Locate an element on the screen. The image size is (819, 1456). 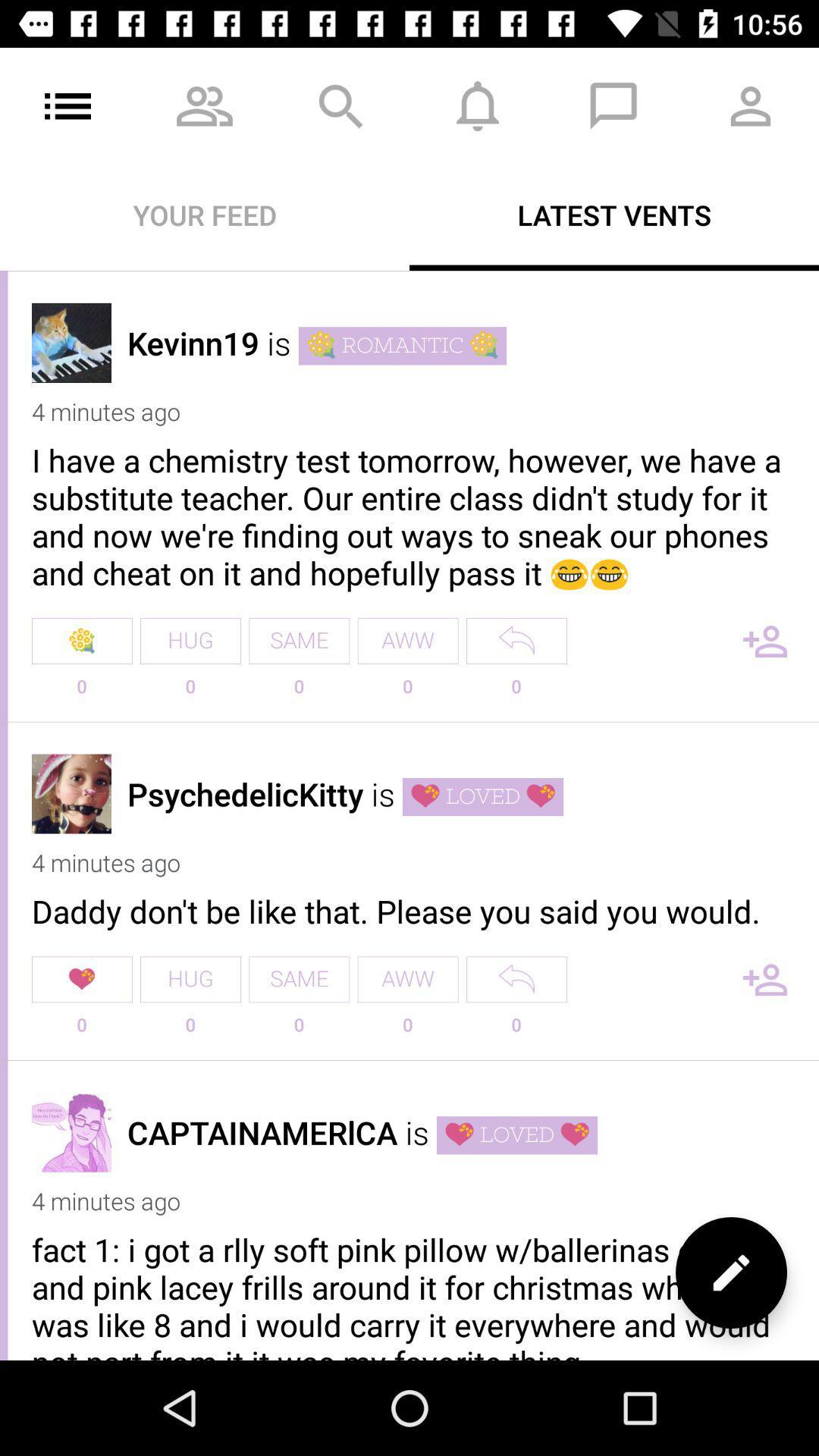
click for user profile is located at coordinates (71, 342).